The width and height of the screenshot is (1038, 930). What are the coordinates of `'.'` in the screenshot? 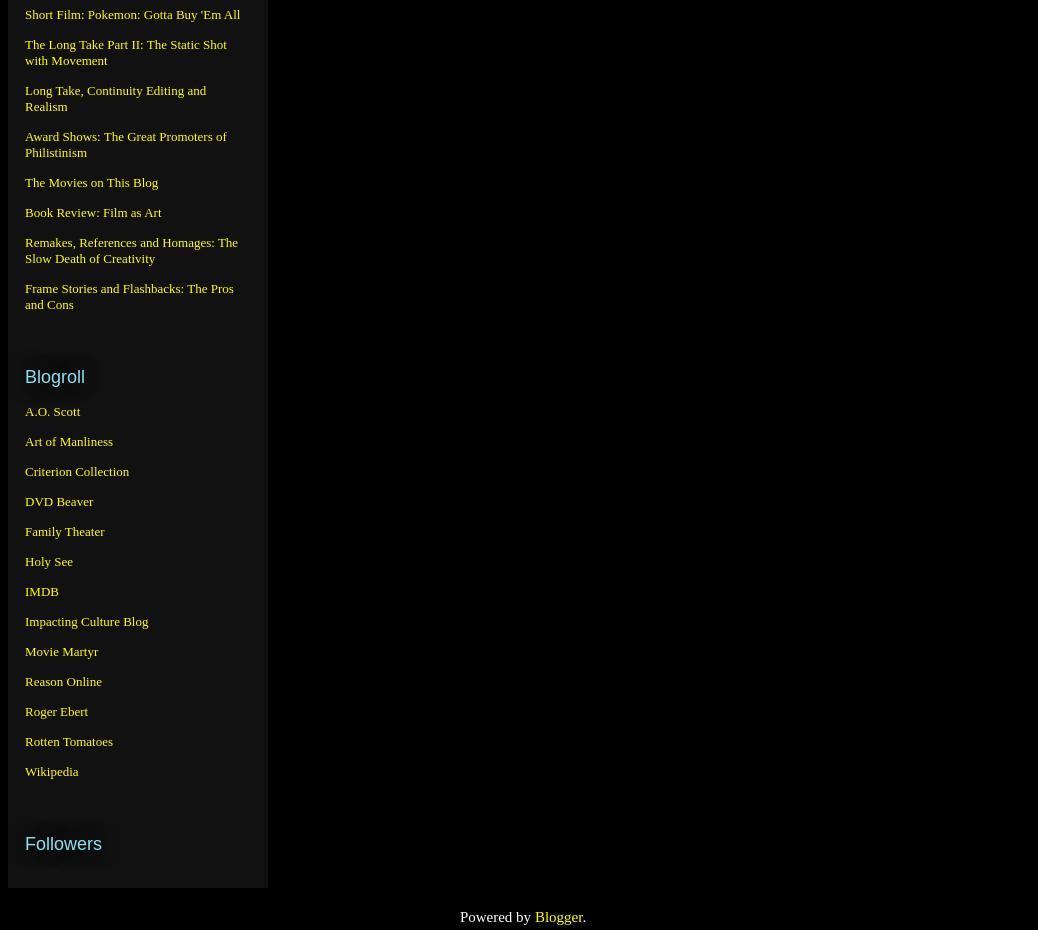 It's located at (581, 915).